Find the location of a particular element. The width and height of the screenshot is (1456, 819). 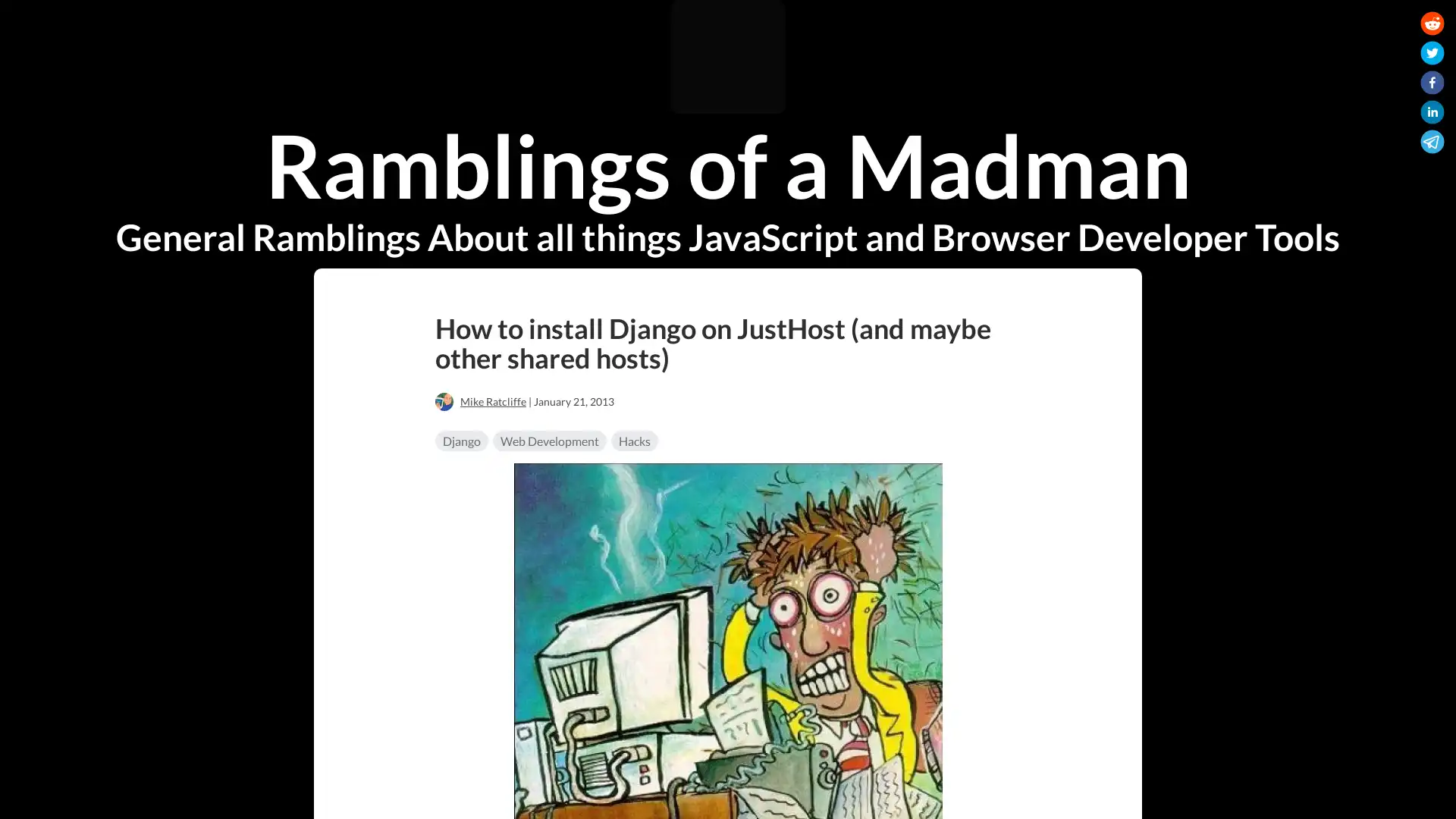

linkedin is located at coordinates (1432, 114).